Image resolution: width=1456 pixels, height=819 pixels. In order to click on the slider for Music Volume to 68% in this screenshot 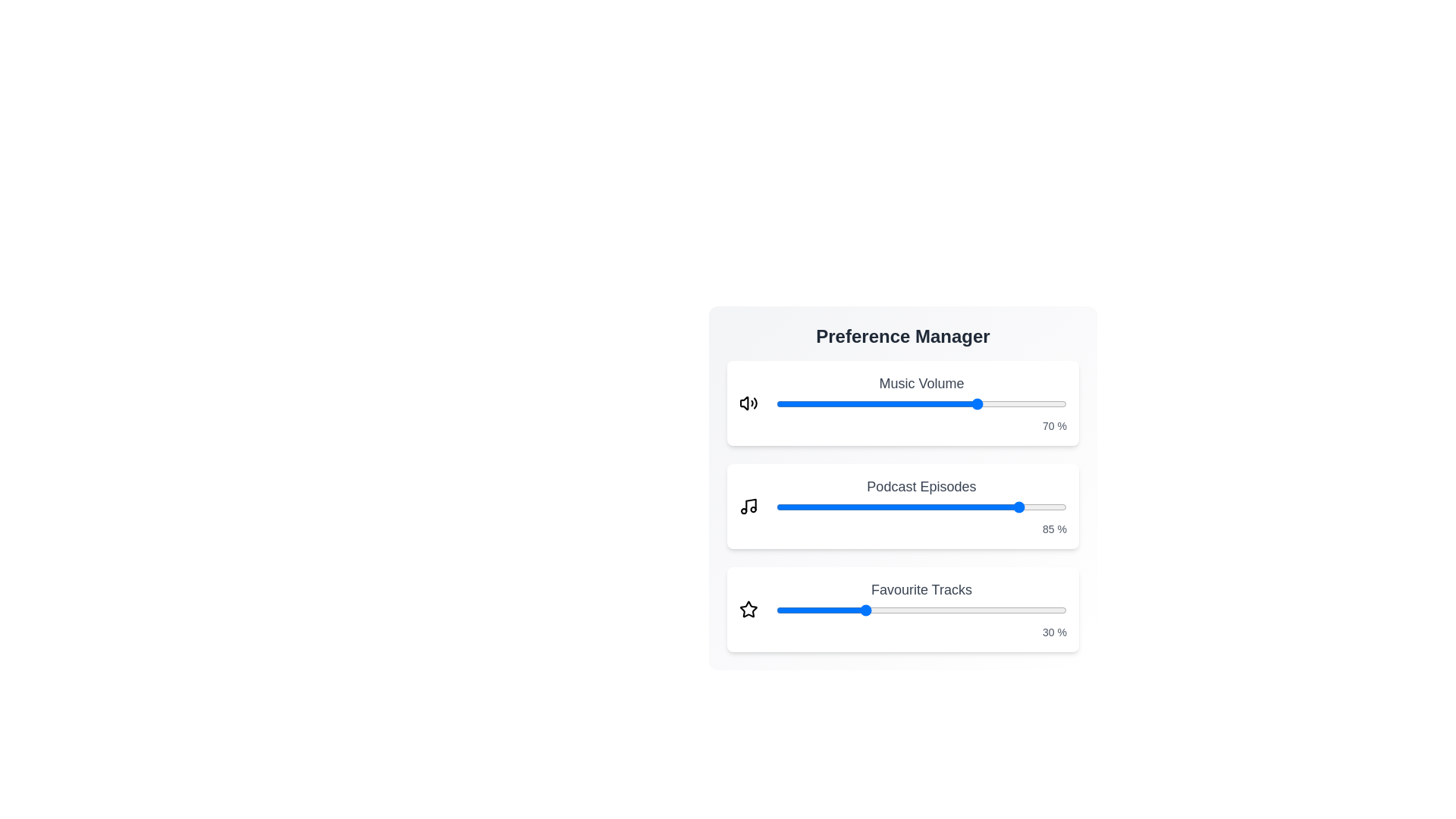, I will do `click(974, 403)`.